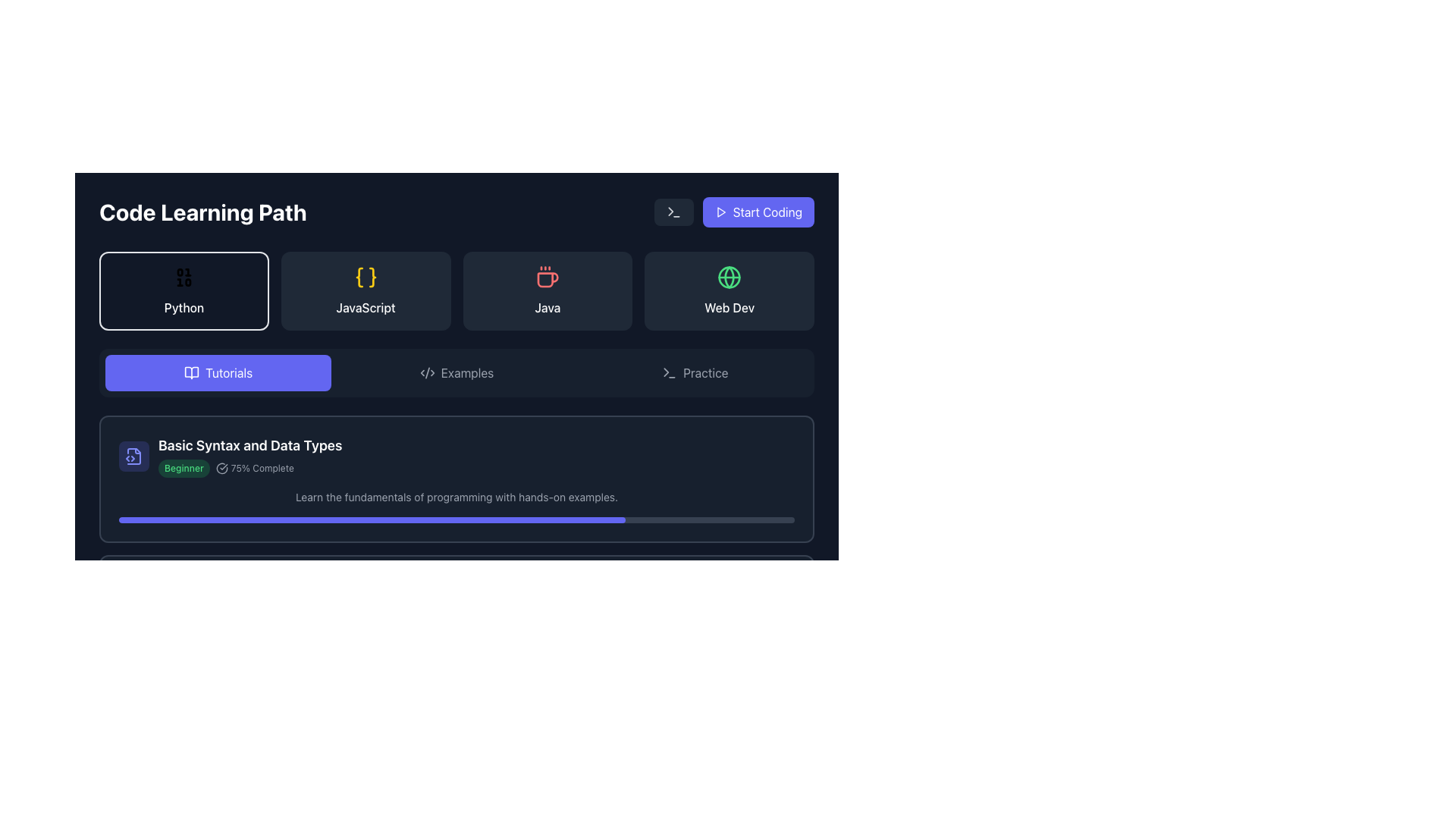 The width and height of the screenshot is (1456, 819). I want to click on the 'Practice' button, which is the last button in a group of three, so click(694, 373).